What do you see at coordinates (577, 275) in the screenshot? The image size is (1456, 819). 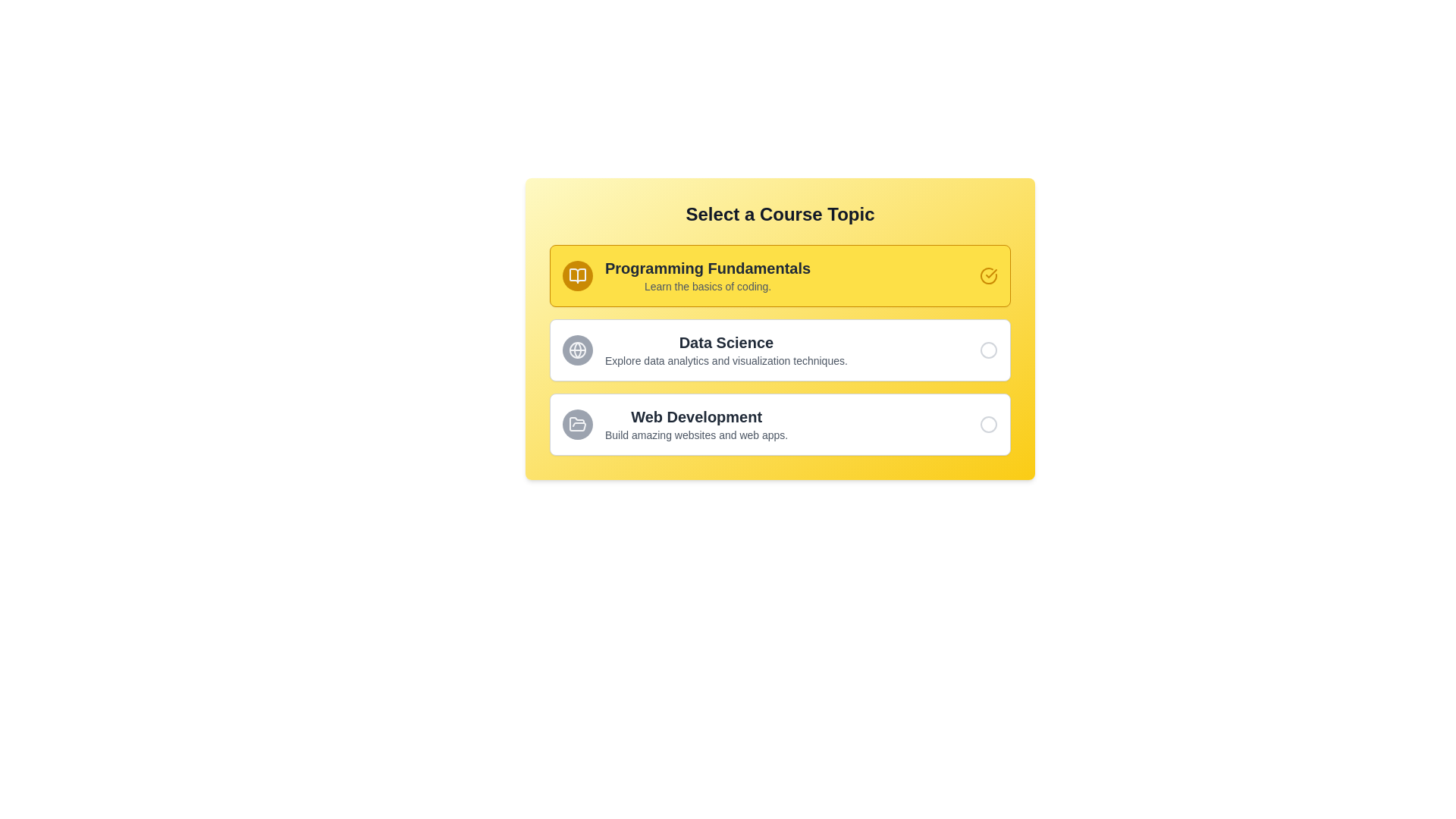 I see `the 'Programming Fundamentals' course option icon located in the left section, which serves as an easily identifiable icon for users` at bounding box center [577, 275].